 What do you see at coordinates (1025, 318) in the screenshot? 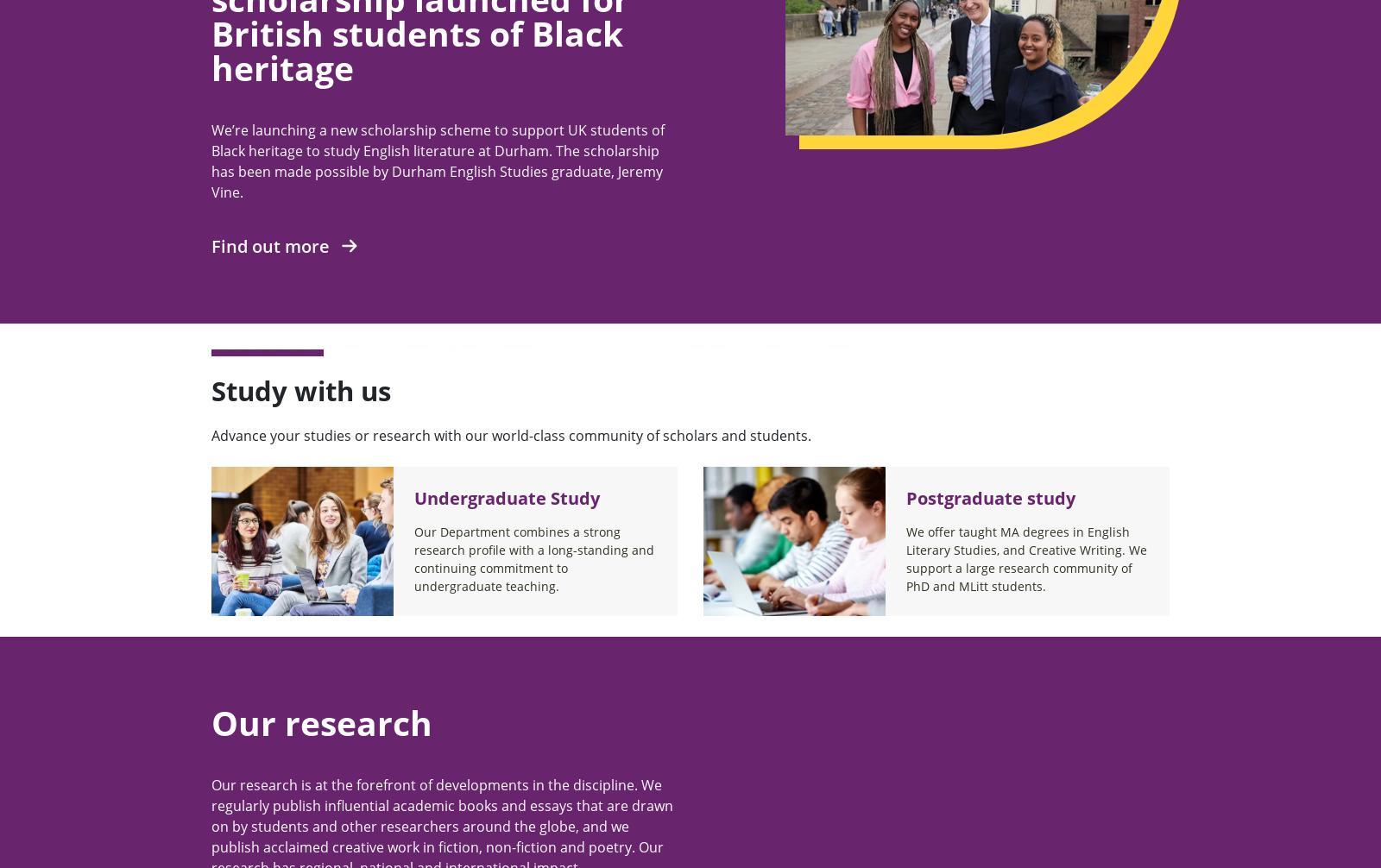
I see `'Cookie Policy'` at bounding box center [1025, 318].